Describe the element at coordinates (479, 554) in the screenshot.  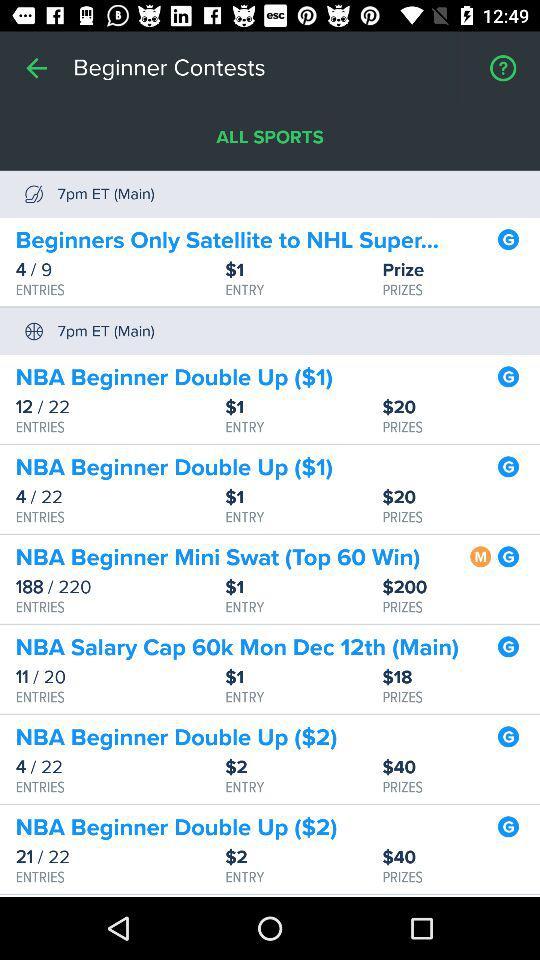
I see `item above the $200 icon` at that location.